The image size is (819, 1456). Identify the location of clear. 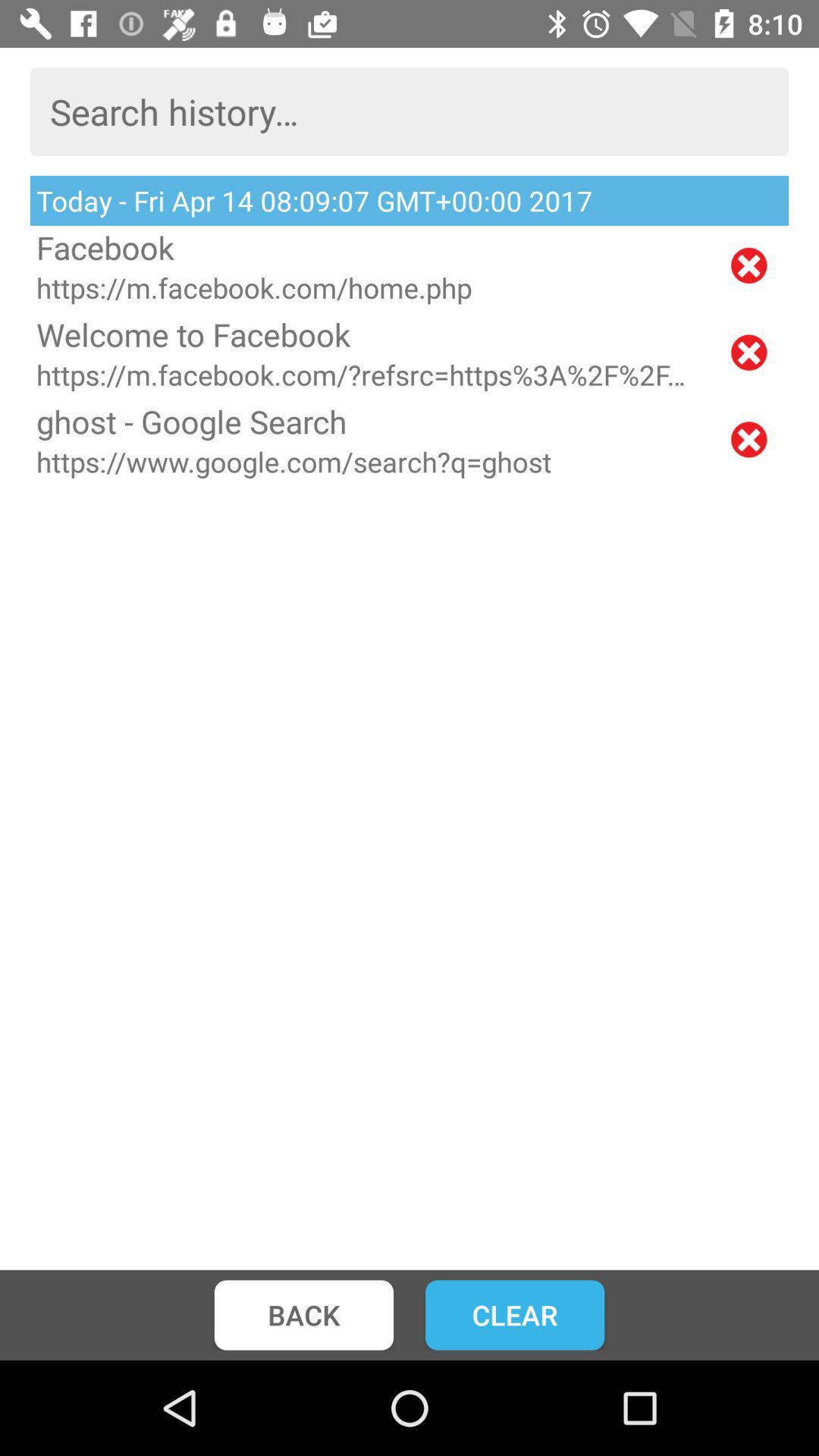
(514, 1314).